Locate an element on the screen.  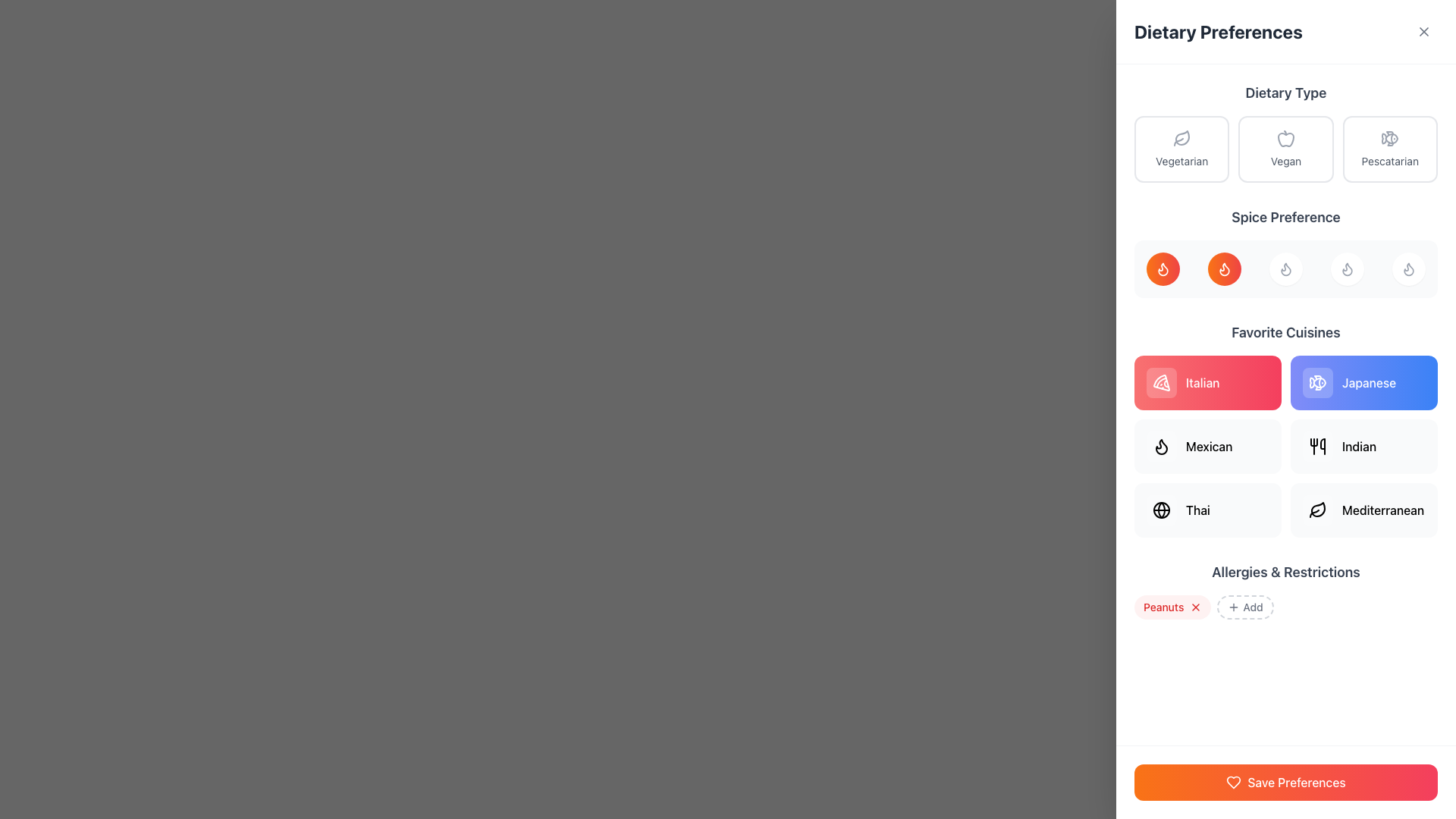
the selectable option card representing 'Vegan', which includes a gray apple icon and faint gray text, located in the middle of the 'Dietary Type' section is located at coordinates (1285, 149).